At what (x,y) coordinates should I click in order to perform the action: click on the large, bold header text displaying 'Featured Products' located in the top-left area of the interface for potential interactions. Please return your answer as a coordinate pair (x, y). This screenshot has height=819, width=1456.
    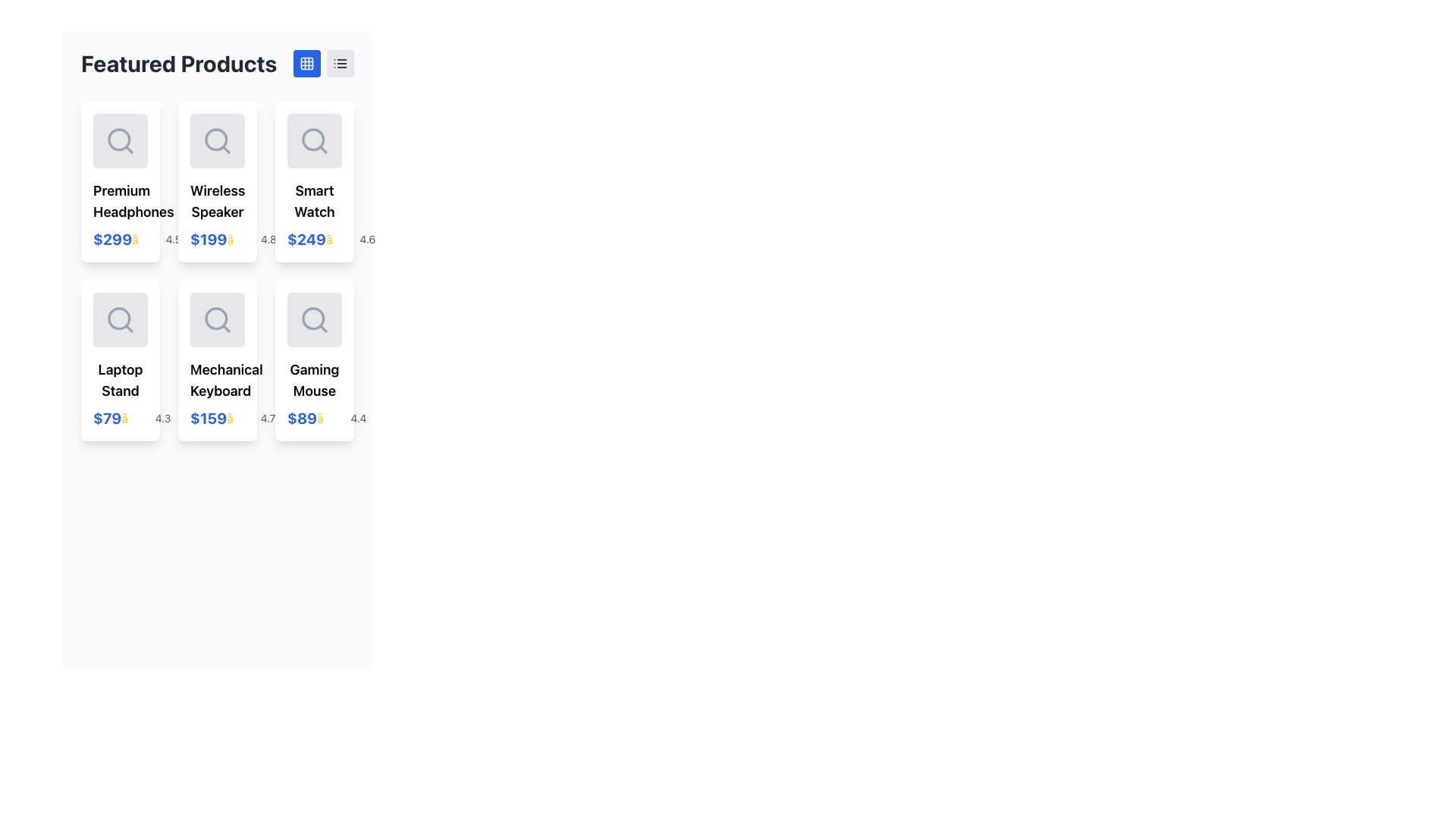
    Looking at the image, I should click on (179, 63).